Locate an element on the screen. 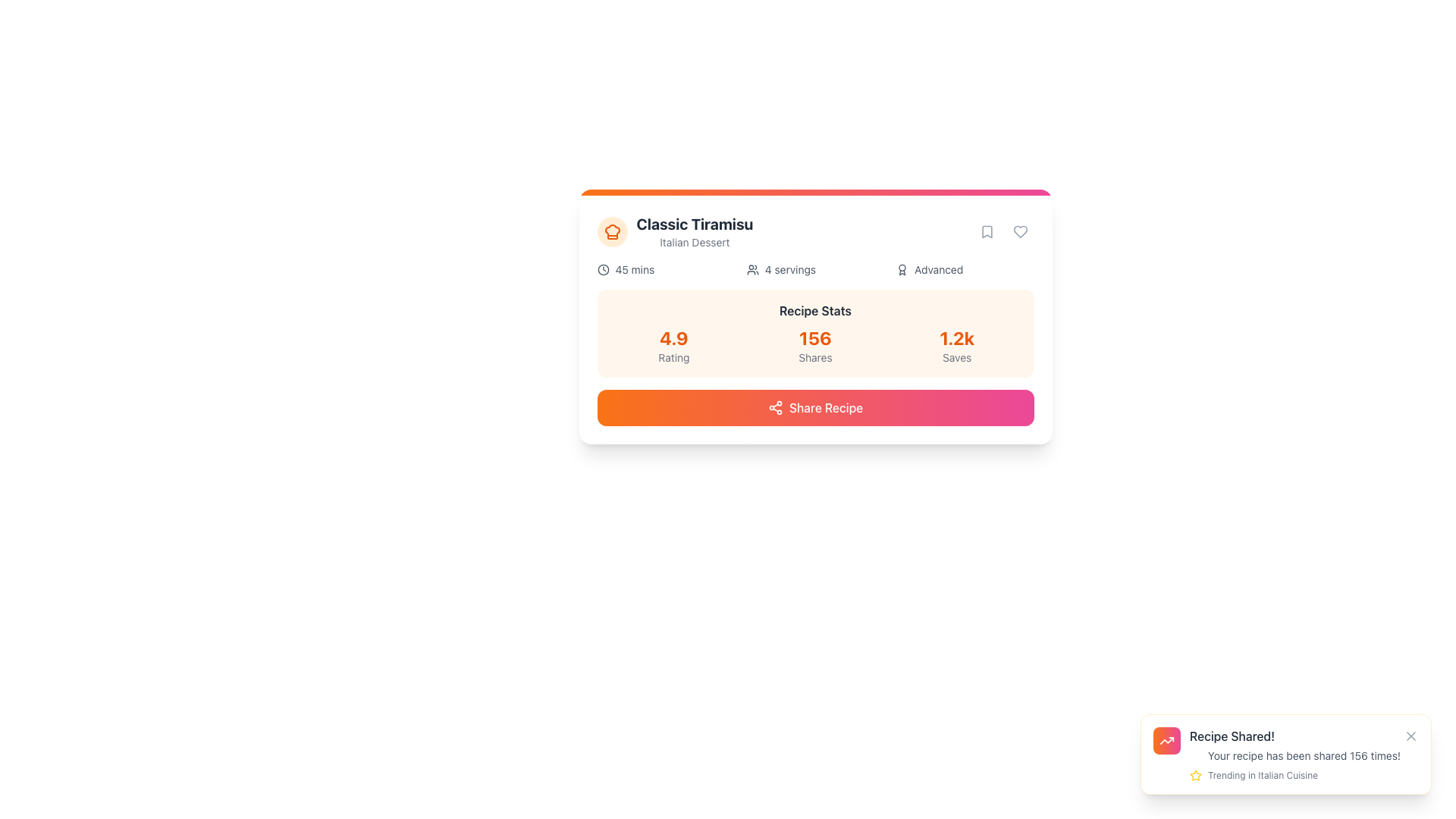 The image size is (1456, 819). the medal or award icon located to the left of the text 'Advanced' in the recipe details card is located at coordinates (902, 268).